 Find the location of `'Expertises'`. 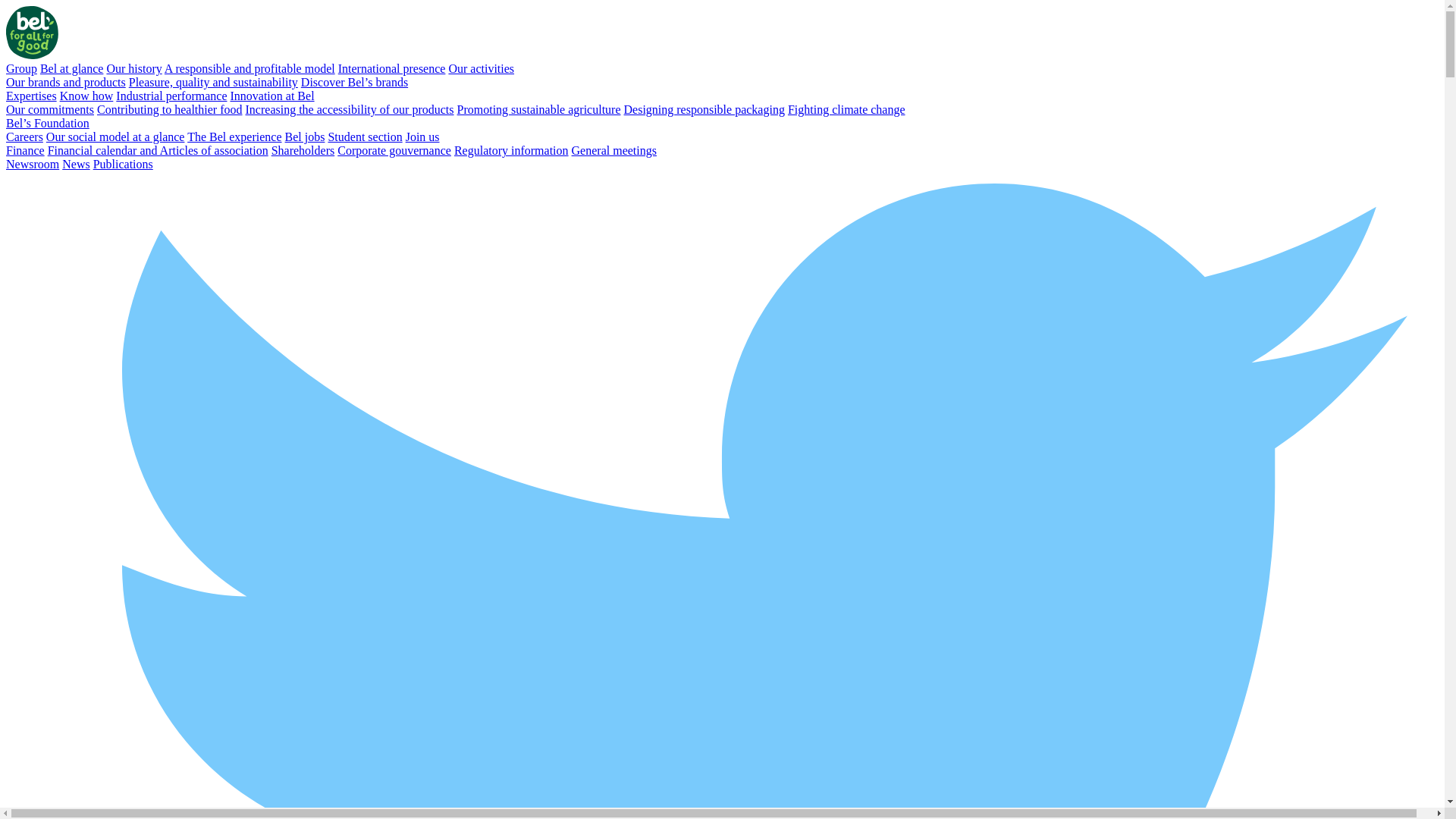

'Expertises' is located at coordinates (31, 96).